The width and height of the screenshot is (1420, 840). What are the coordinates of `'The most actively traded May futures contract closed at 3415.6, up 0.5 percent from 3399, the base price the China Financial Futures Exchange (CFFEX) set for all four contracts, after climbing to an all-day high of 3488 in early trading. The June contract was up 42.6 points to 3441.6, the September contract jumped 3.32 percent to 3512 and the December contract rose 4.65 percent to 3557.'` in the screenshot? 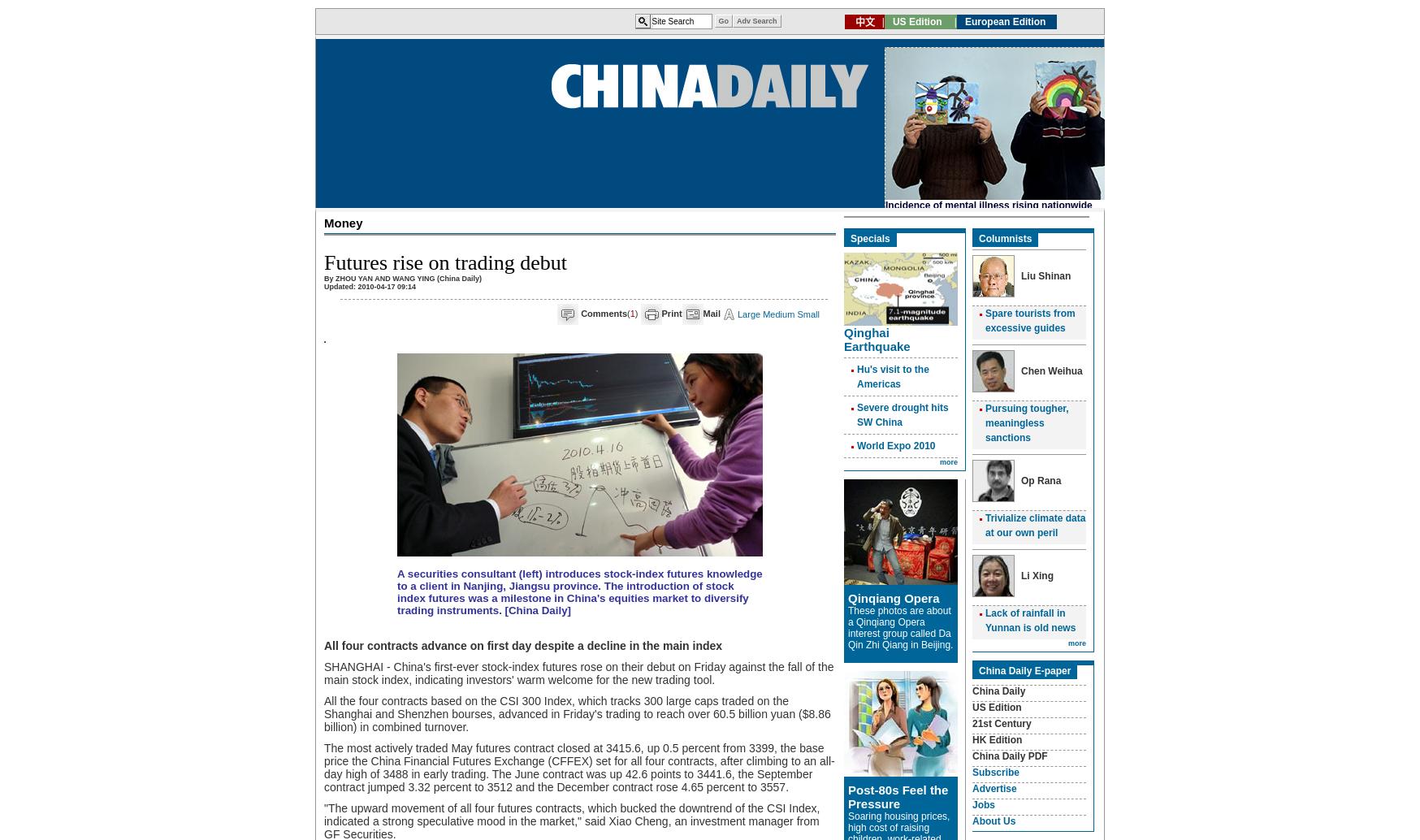 It's located at (579, 766).